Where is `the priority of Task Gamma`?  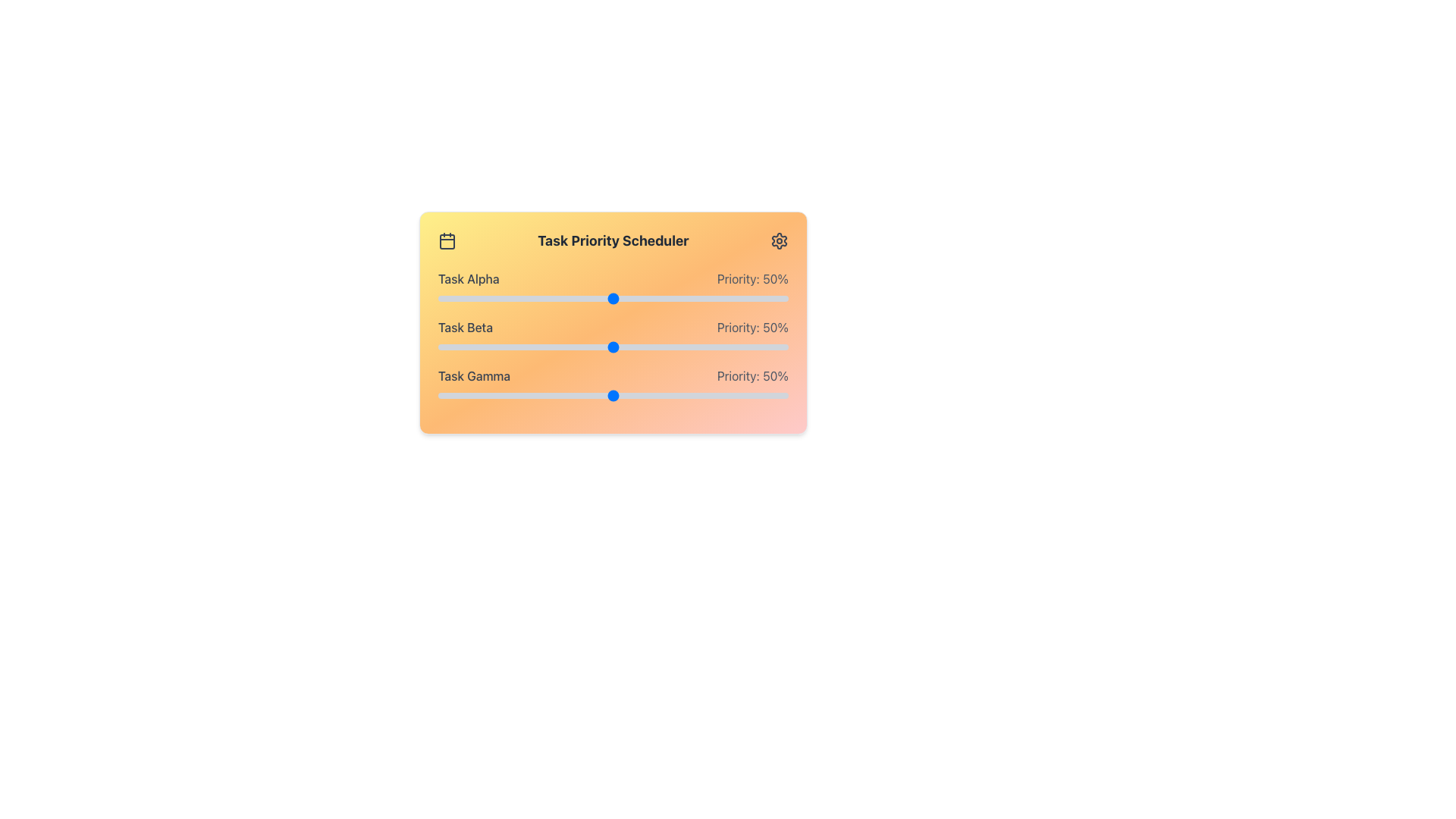
the priority of Task Gamma is located at coordinates (679, 394).